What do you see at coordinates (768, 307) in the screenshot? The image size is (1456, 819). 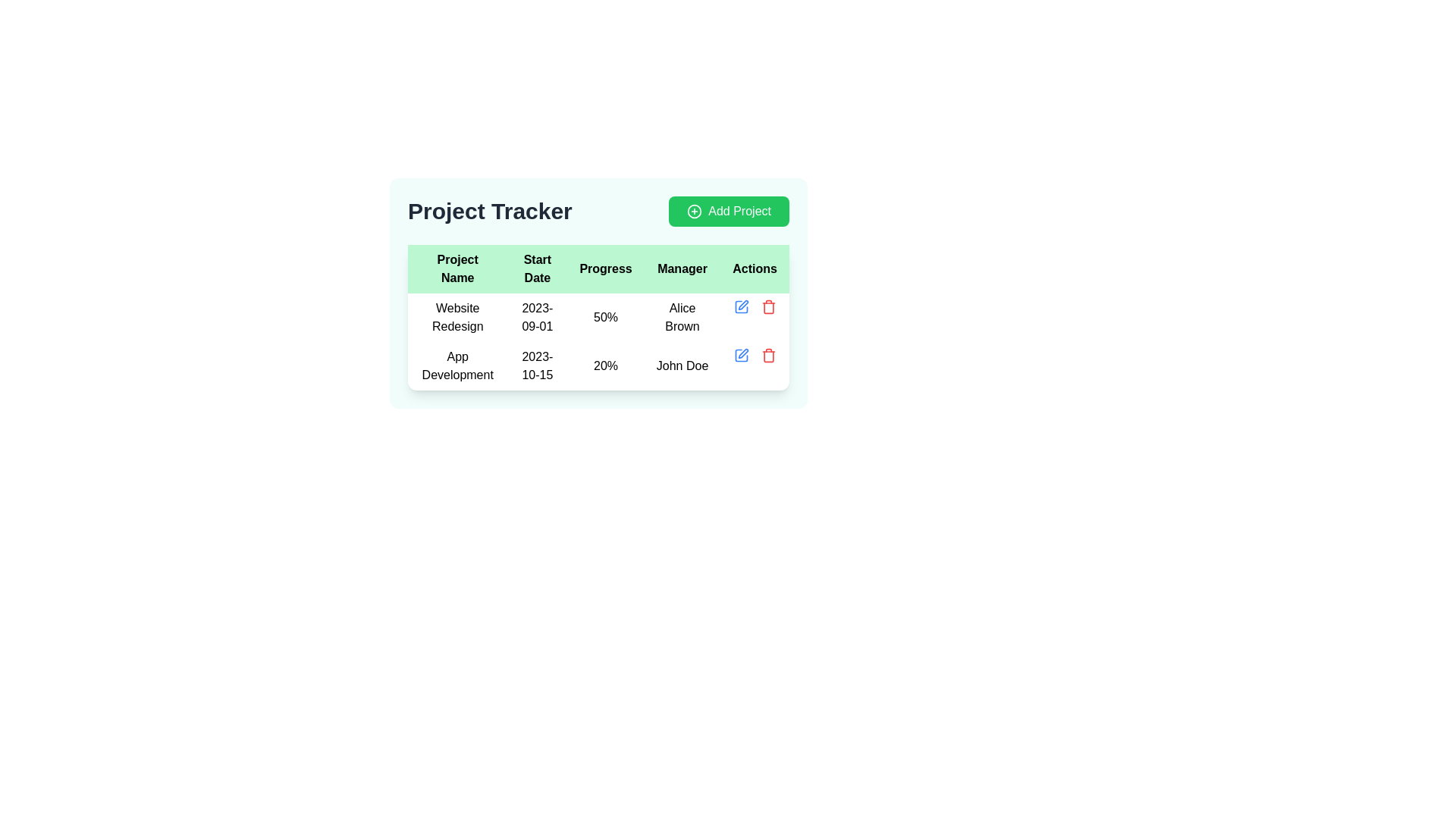 I see `the delete button icon (trash can) located in the actions column of the 'App Development' project row to trigger the tooltip effect` at bounding box center [768, 307].